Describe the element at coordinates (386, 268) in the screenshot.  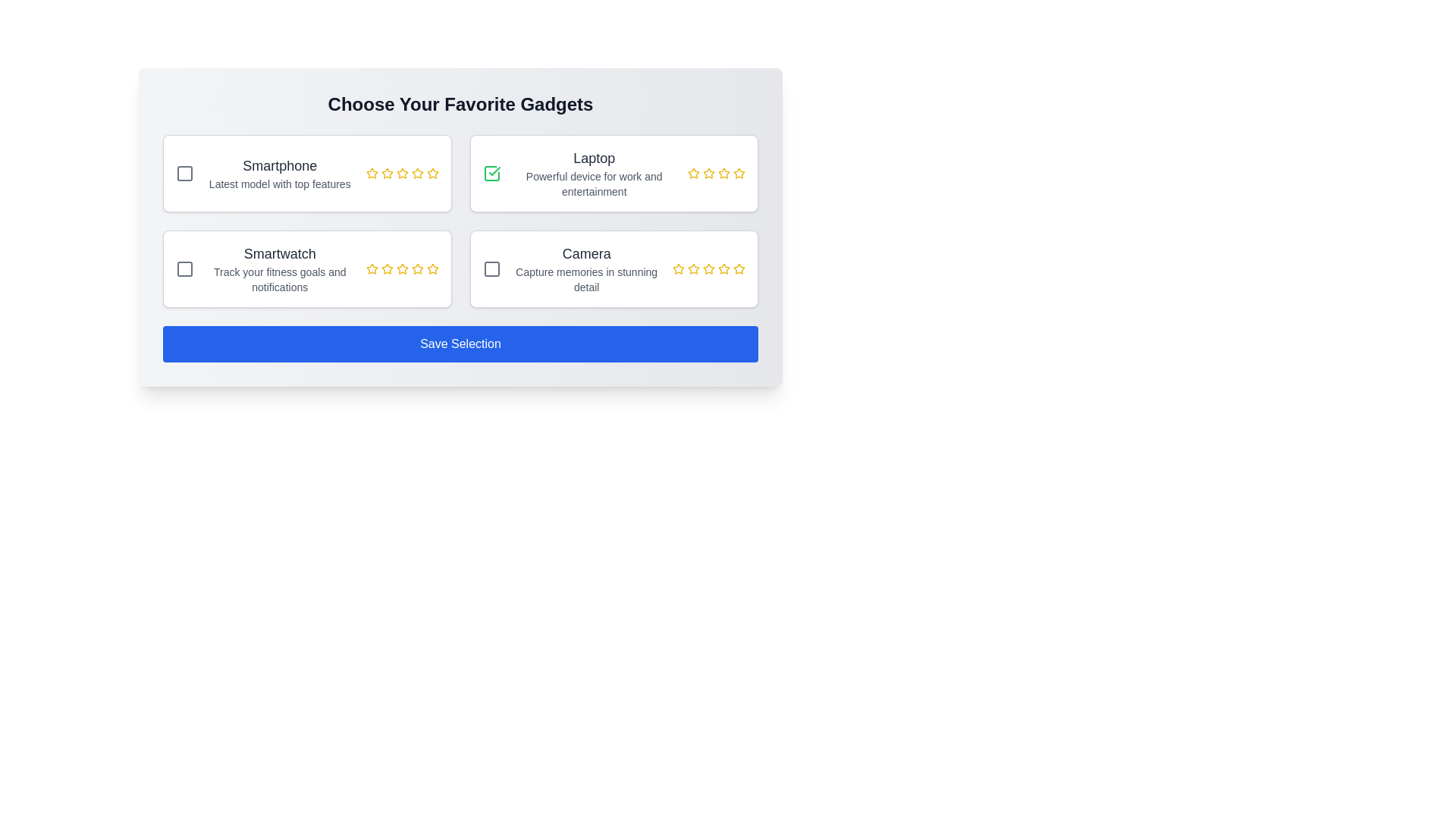
I see `the third star-shaped rating icon in yellow beside the label 'Smartwatch' to rate it` at that location.